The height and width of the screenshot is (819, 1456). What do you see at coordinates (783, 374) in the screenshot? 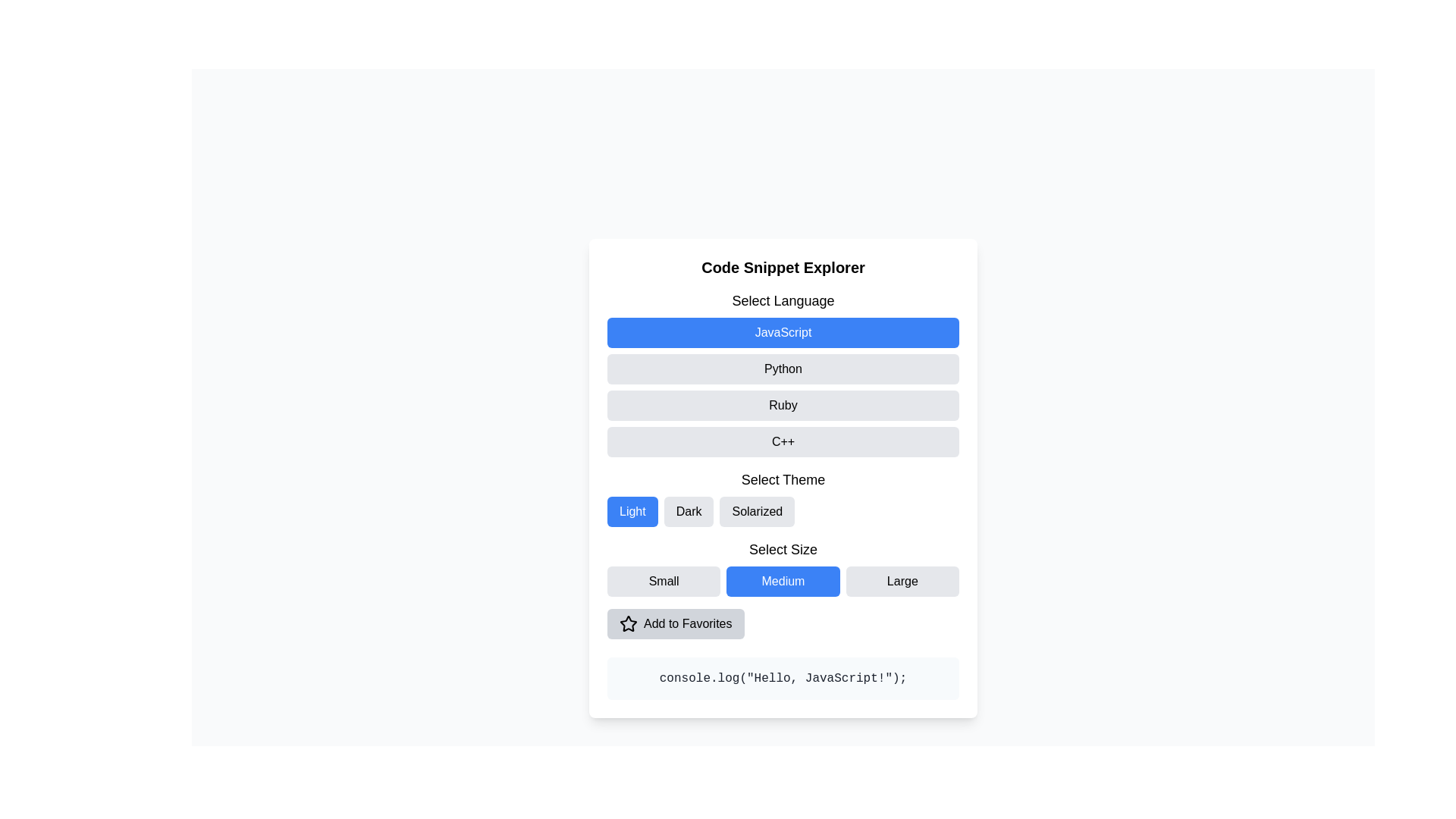
I see `the 'Python' button with a light gray background and rounded corners, located under the 'Select Language' header in the 'Code Snippet Explorer'` at bounding box center [783, 374].